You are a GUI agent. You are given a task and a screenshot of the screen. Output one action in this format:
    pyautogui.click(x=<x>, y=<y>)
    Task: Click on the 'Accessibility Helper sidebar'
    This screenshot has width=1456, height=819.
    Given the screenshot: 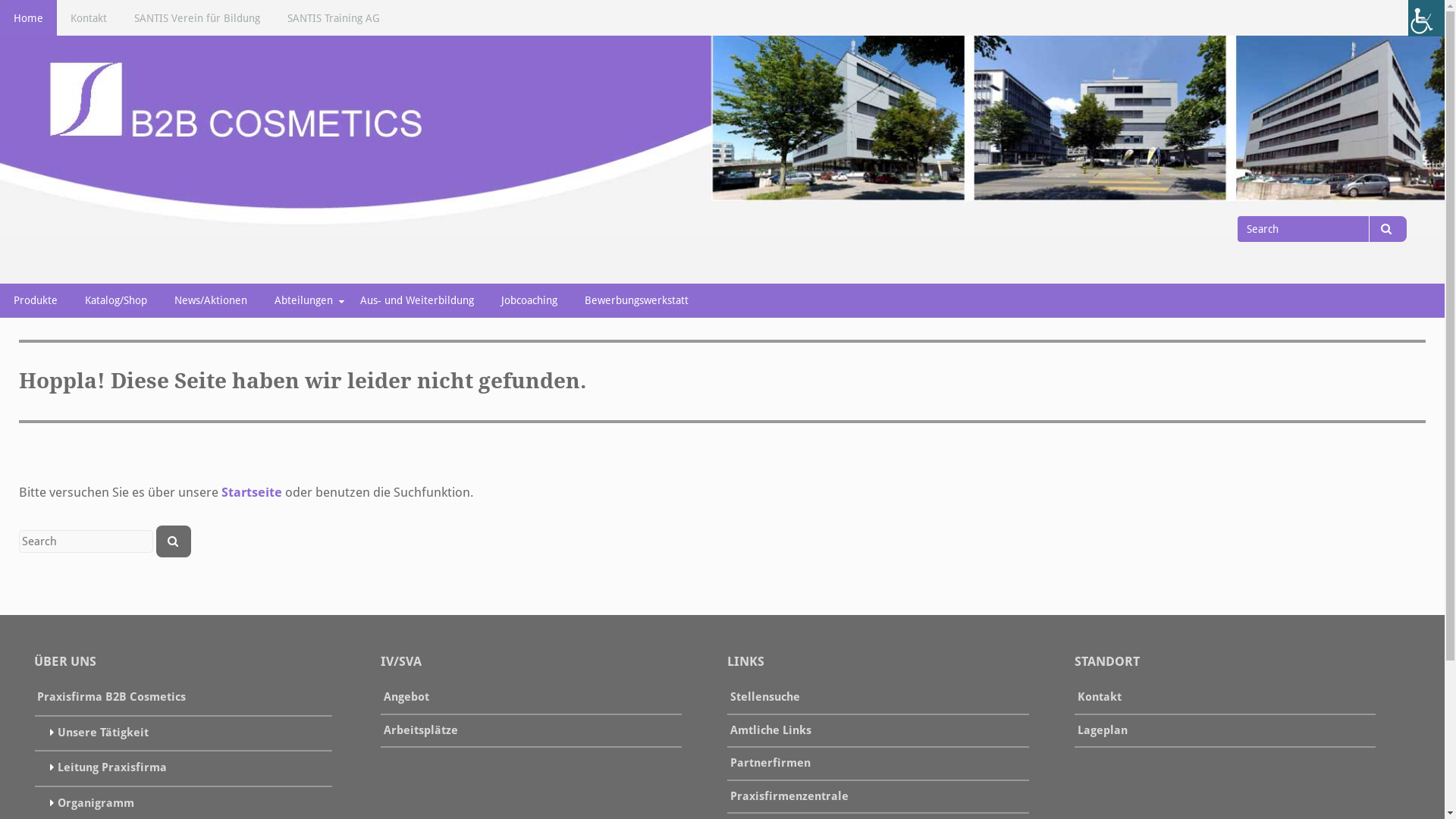 What is the action you would take?
    pyautogui.click(x=1426, y=17)
    